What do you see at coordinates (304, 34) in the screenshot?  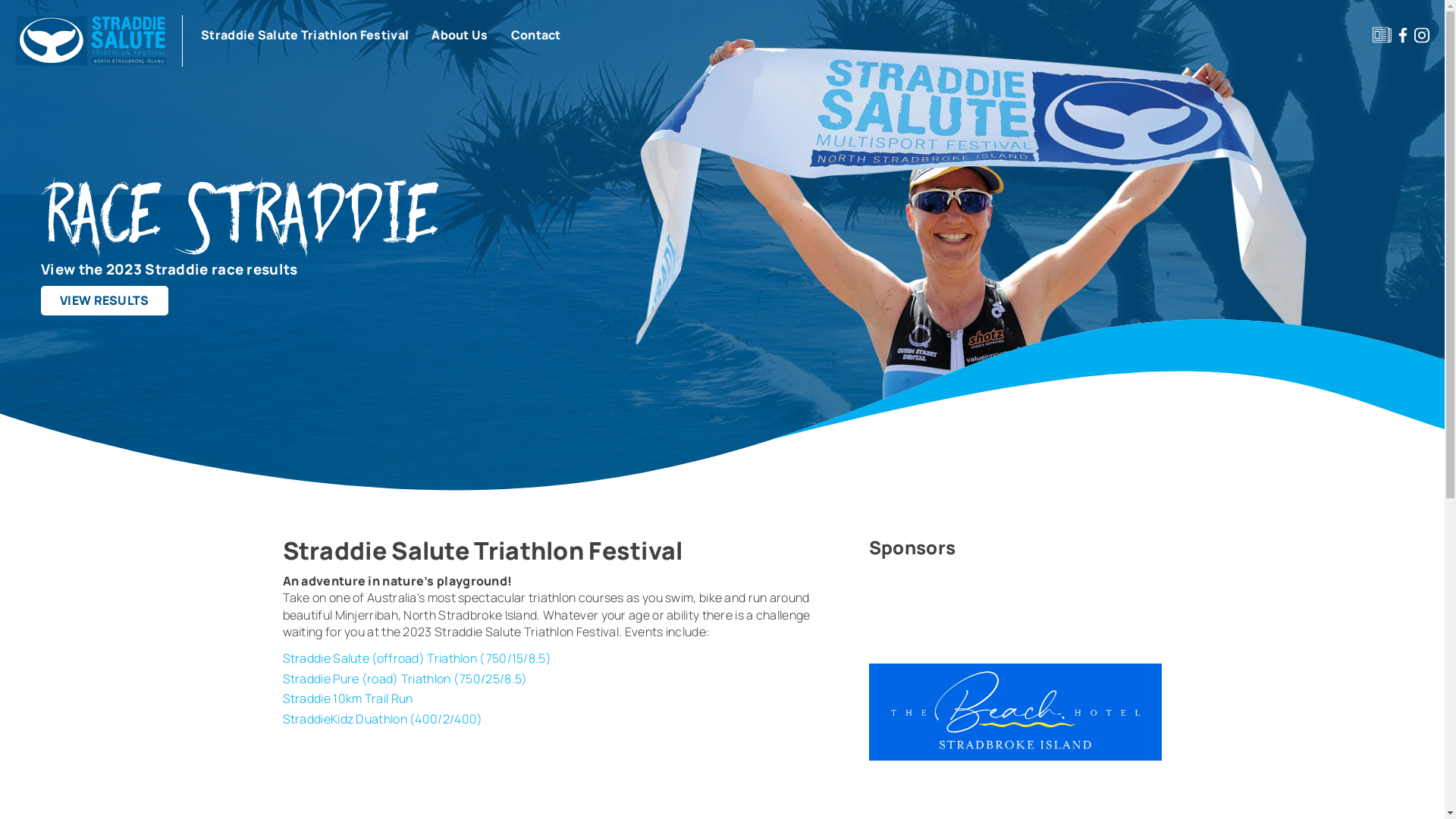 I see `'Straddie Salute Triathlon Festival'` at bounding box center [304, 34].